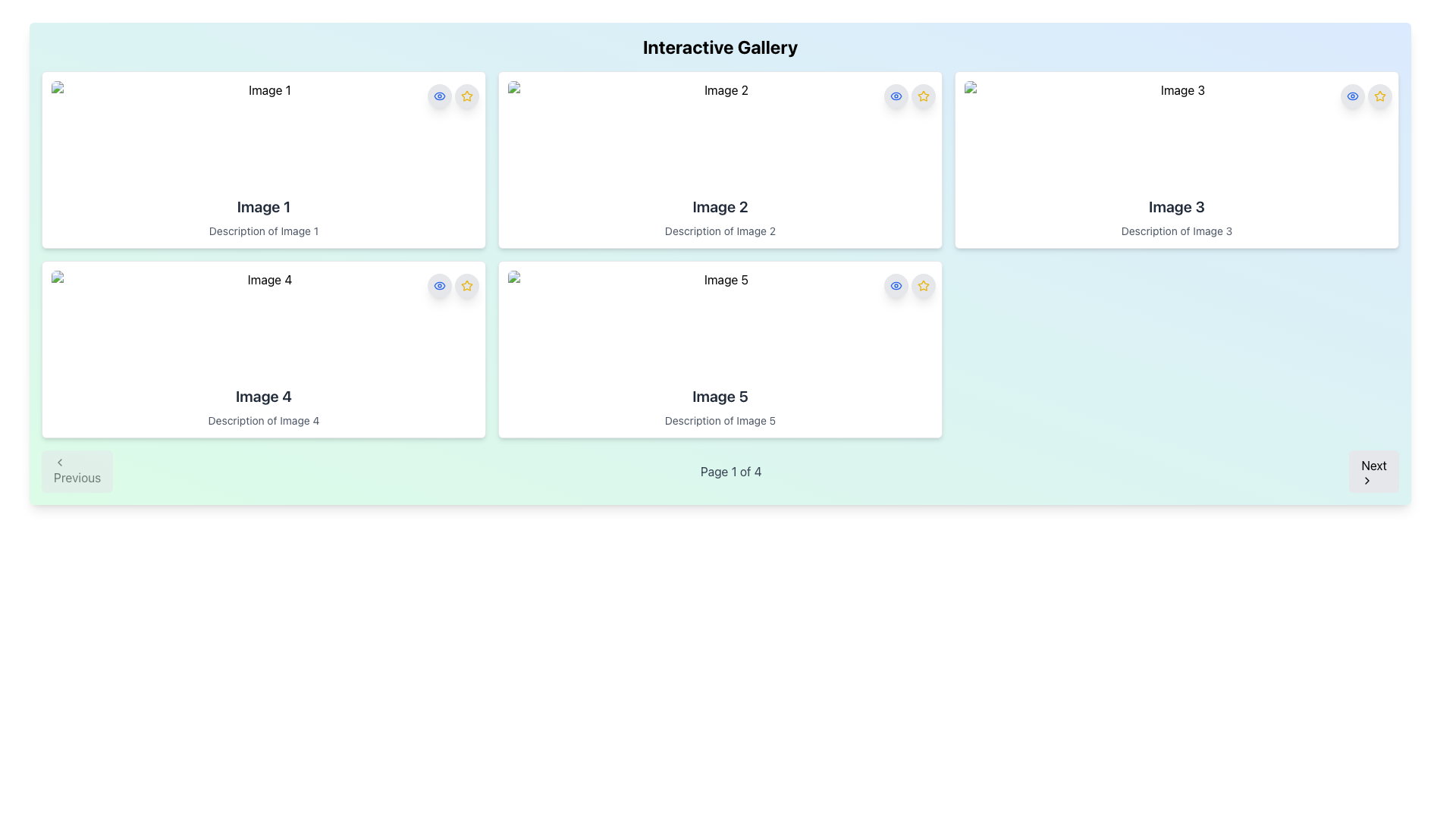  Describe the element at coordinates (263, 421) in the screenshot. I see `descriptive text label located beneath the title 'Image 4' in the fourth image's gallery item` at that location.